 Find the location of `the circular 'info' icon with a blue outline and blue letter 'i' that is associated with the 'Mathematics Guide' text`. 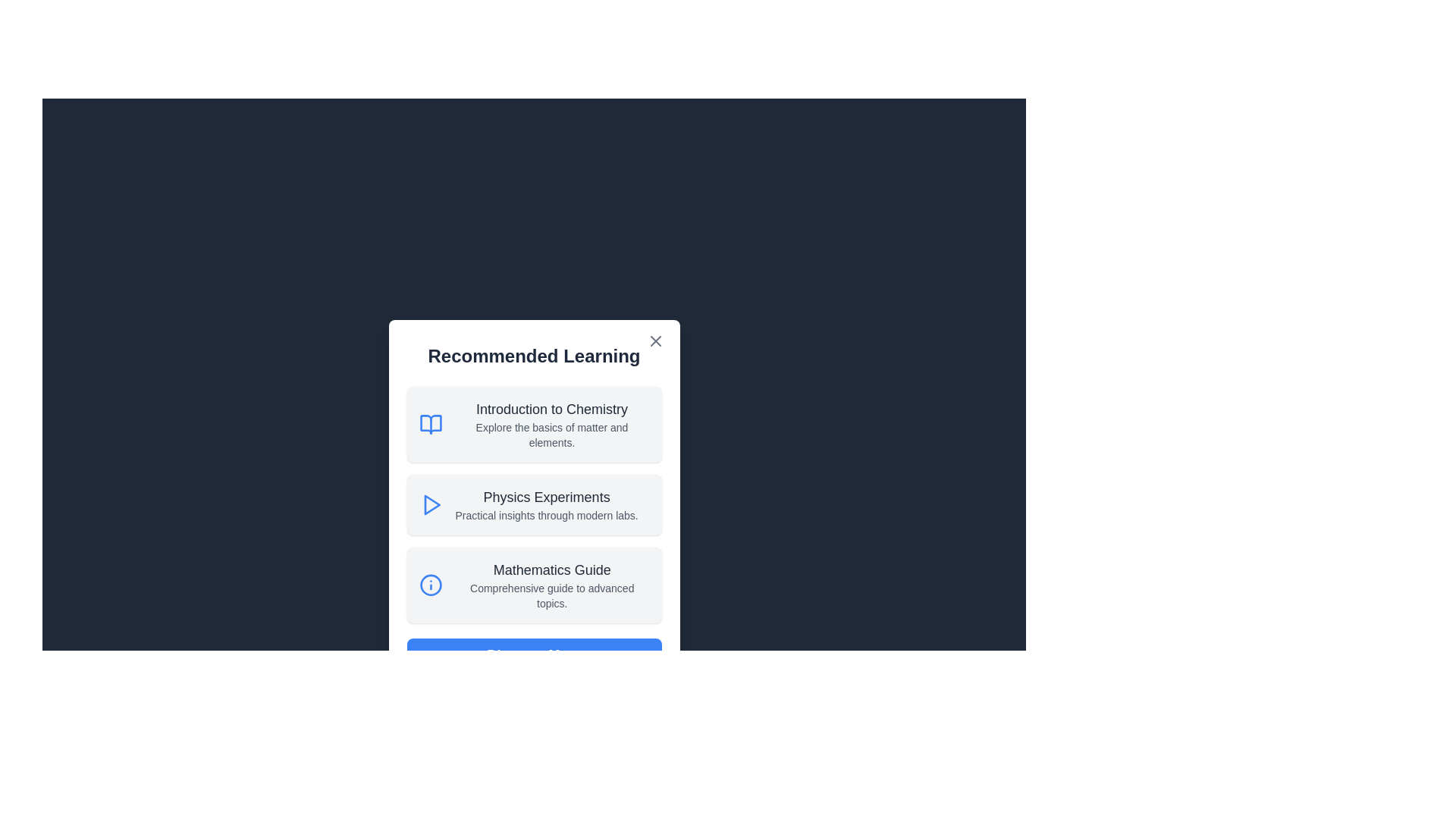

the circular 'info' icon with a blue outline and blue letter 'i' that is associated with the 'Mathematics Guide' text is located at coordinates (430, 584).